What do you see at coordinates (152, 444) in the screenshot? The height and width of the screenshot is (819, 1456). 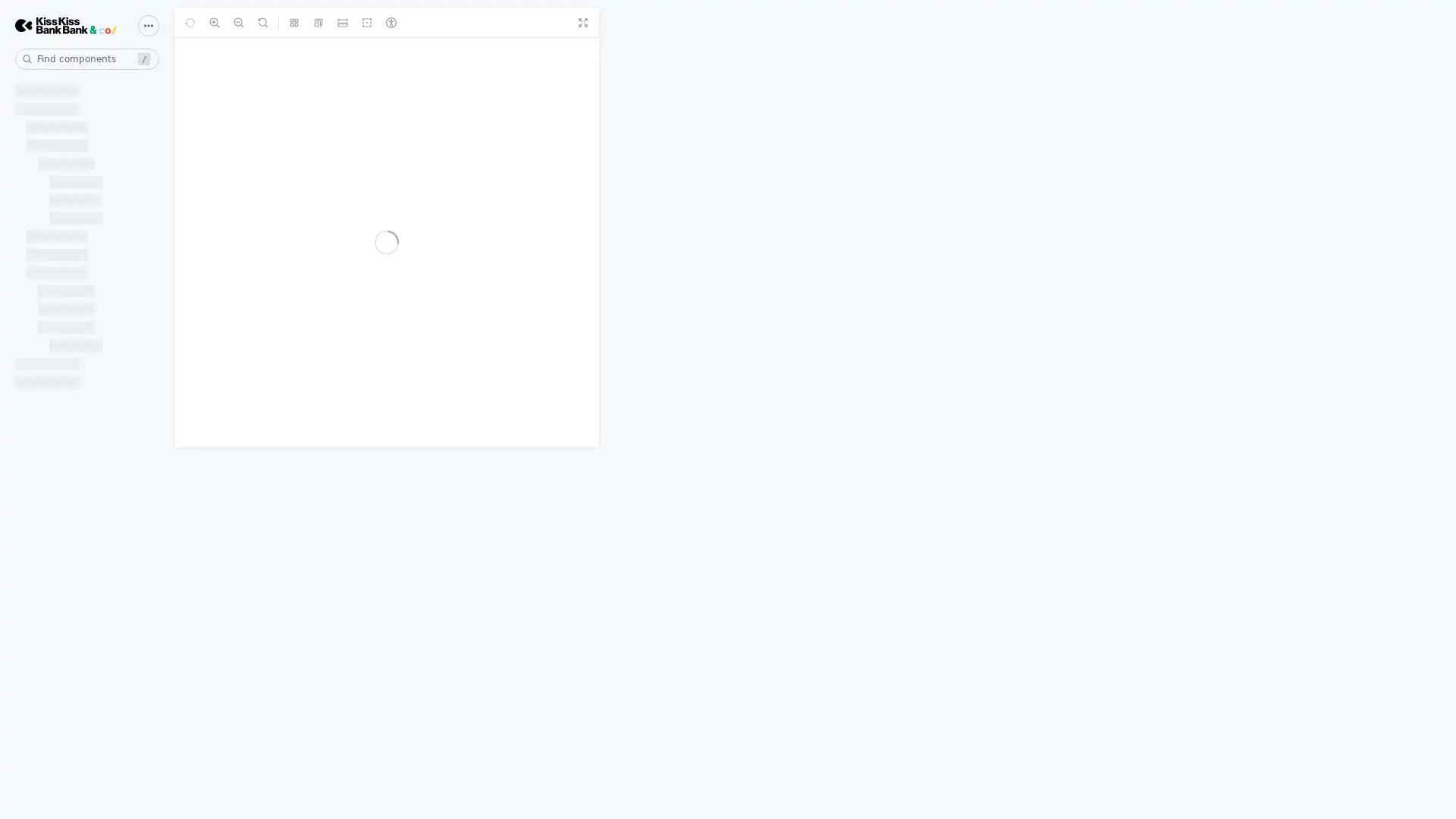 I see `expand` at bounding box center [152, 444].